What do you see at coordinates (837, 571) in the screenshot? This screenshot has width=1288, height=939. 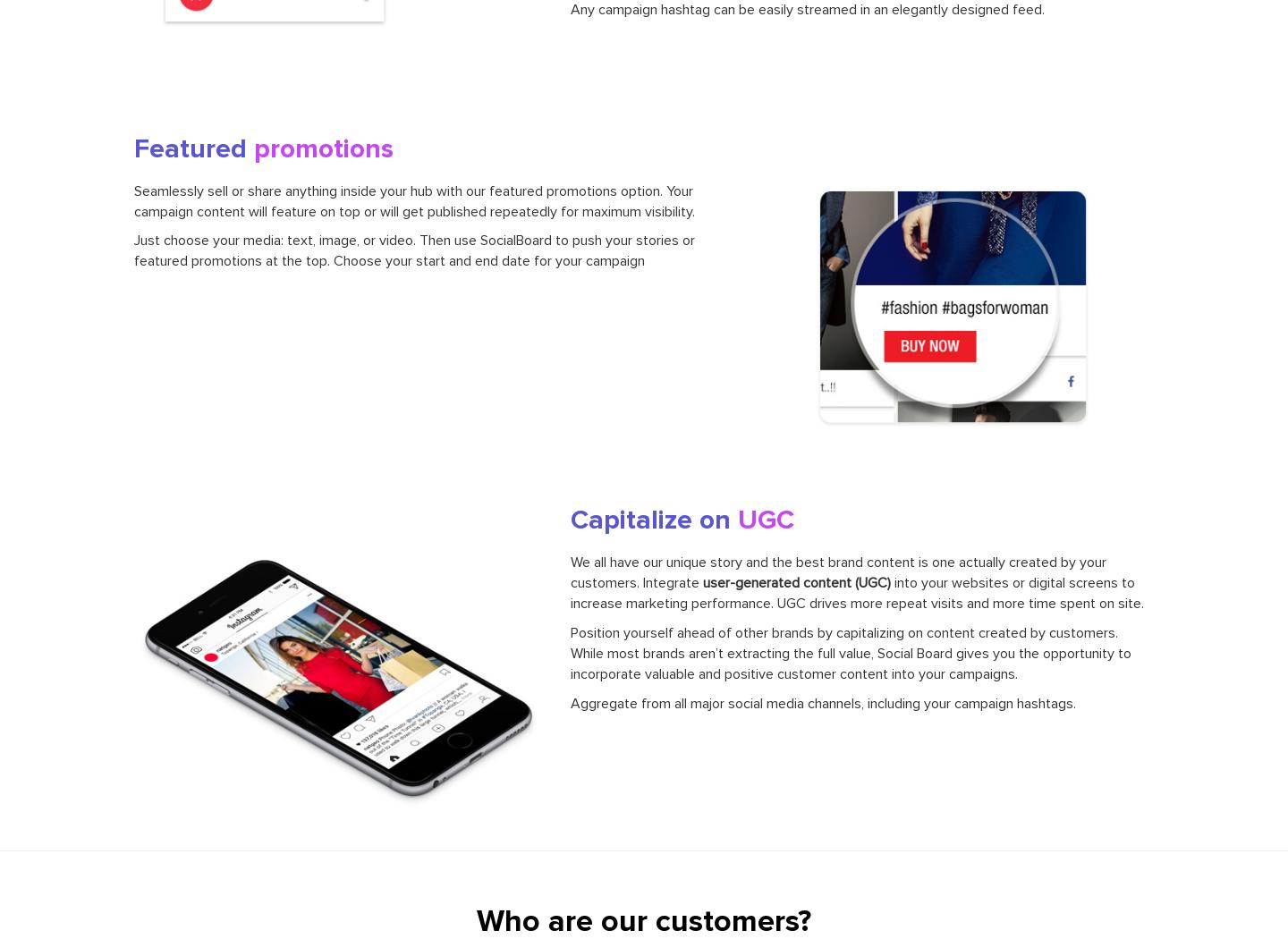 I see `'We all have our unique story and the best brand content is one actually created by your customers. Integrate'` at bounding box center [837, 571].